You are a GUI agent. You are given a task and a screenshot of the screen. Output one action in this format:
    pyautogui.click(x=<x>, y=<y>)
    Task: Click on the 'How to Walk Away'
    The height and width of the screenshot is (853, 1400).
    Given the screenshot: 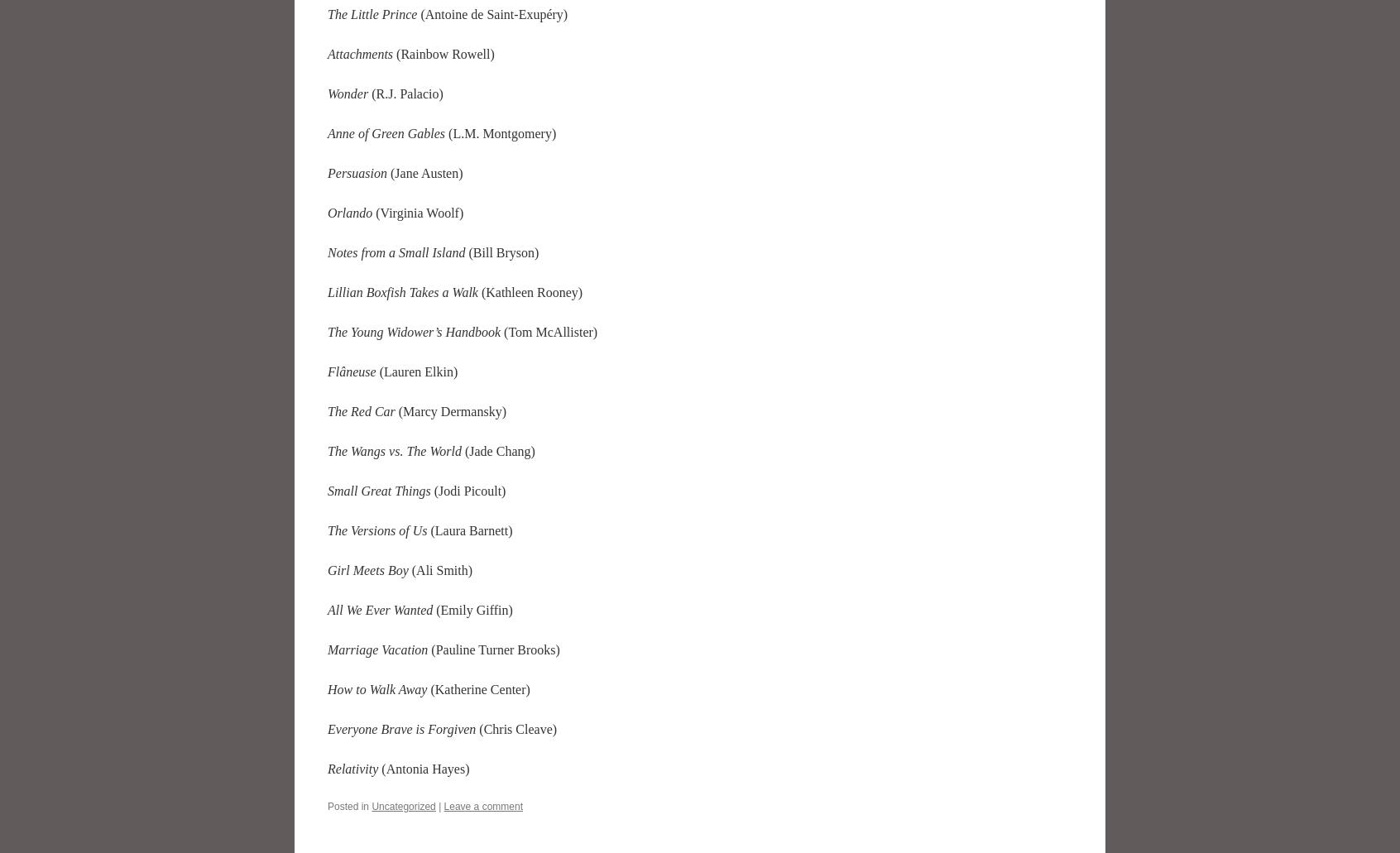 What is the action you would take?
    pyautogui.click(x=378, y=688)
    